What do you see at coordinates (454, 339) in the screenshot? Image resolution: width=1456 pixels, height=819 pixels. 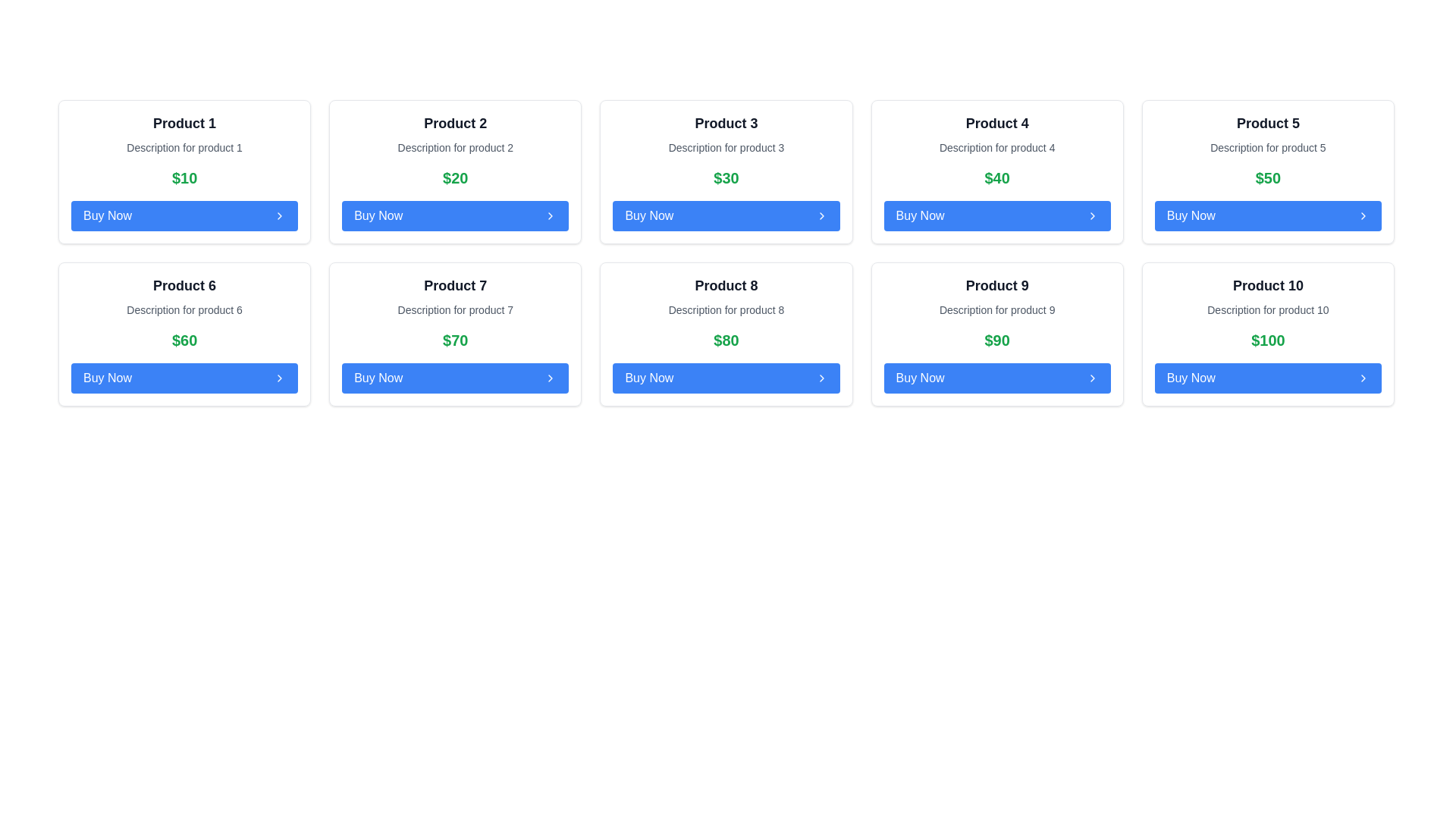 I see `the static text displaying the price label '$70', which is prominently styled in bold green font and positioned centrally below the 'Product 7' description and above the 'Buy Now' button` at bounding box center [454, 339].